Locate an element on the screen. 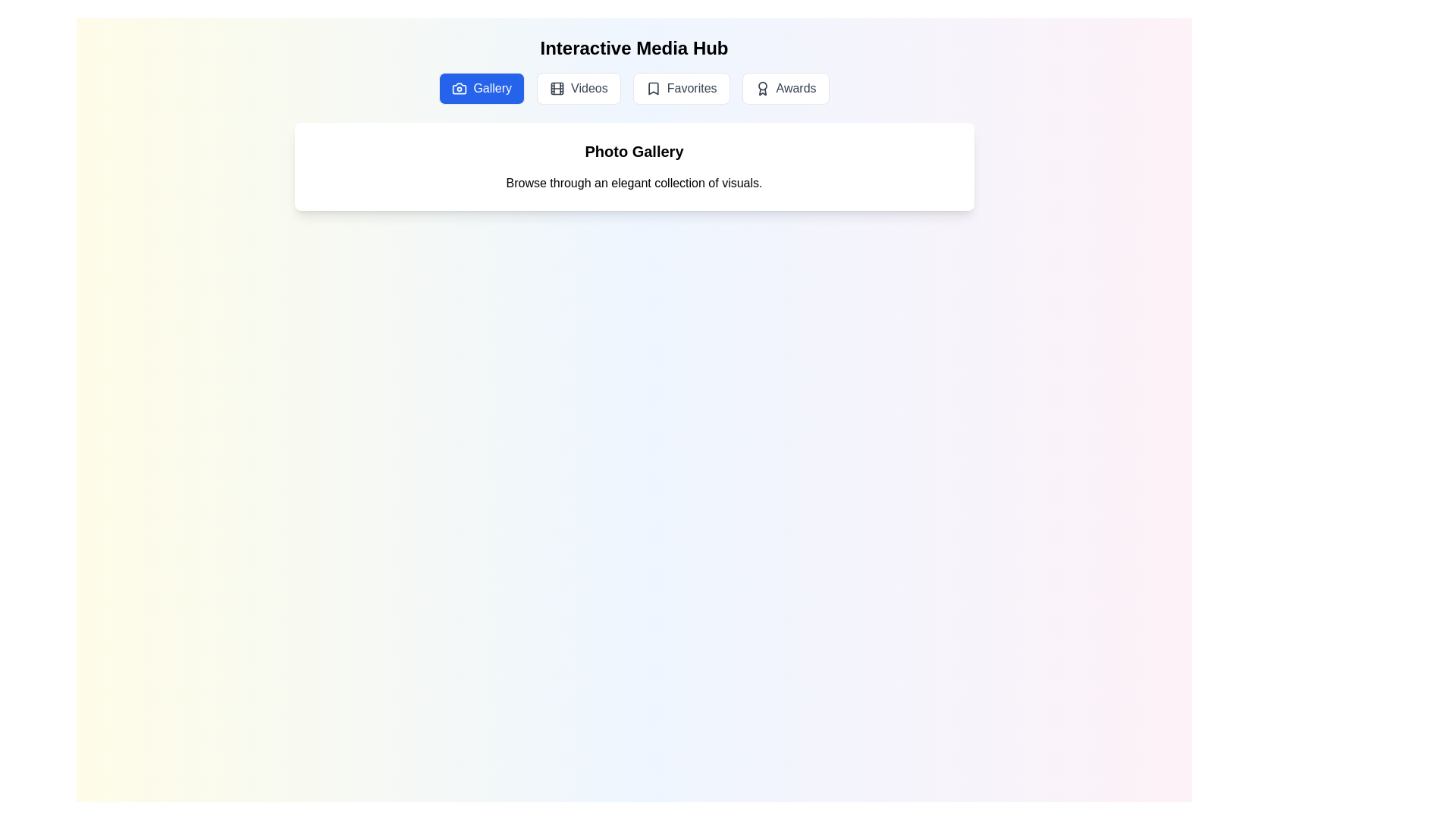 Image resolution: width=1456 pixels, height=819 pixels. text of the label/title located in the header section, positioned between the 'Videos' button and the 'Awards' button, which serves as a navigation control for favorites is located at coordinates (691, 88).